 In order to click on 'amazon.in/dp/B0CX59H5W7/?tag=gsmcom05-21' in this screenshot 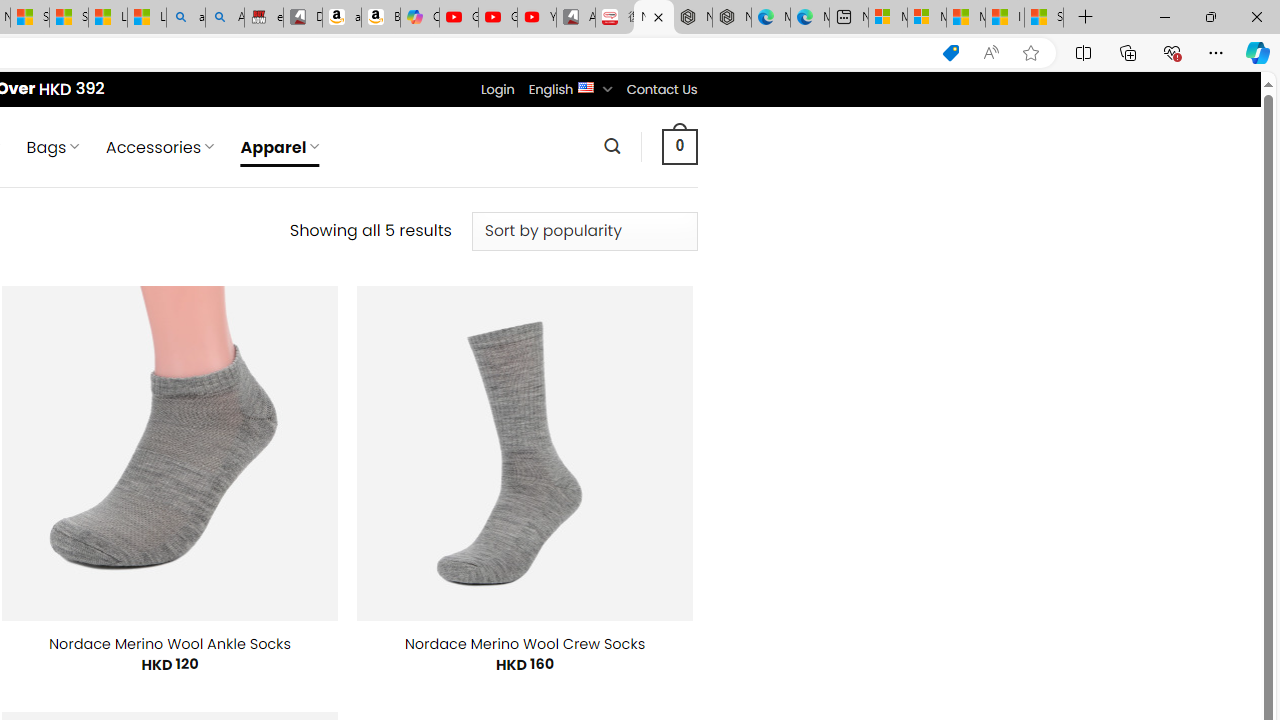, I will do `click(341, 17)`.